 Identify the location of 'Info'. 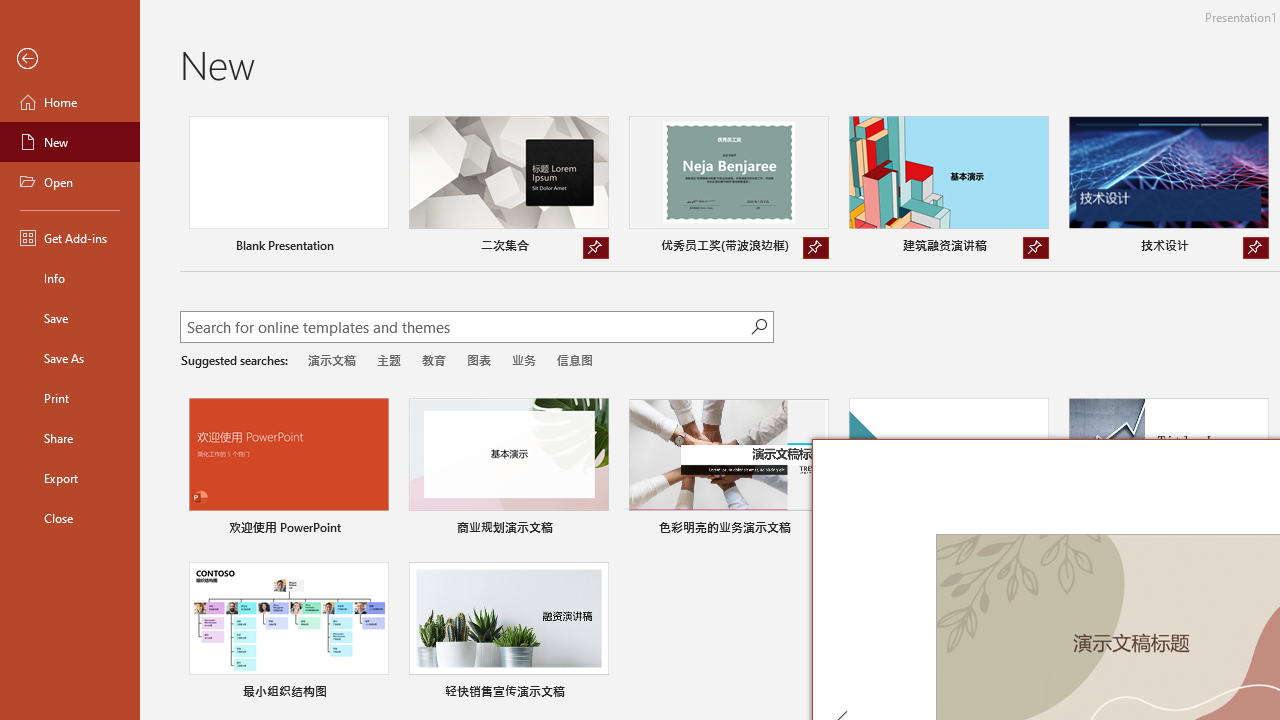
(69, 277).